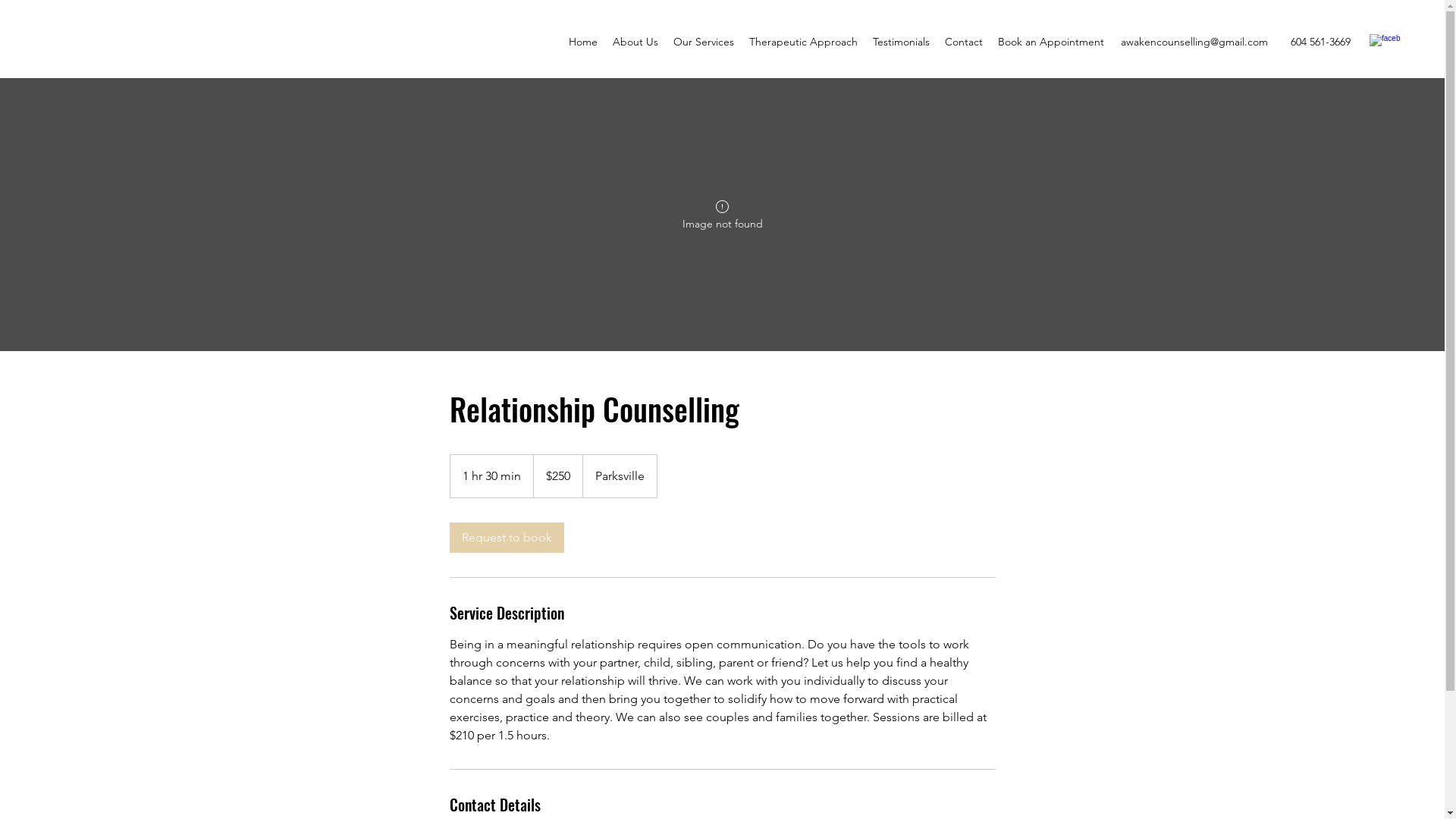  I want to click on 'Request to book', so click(447, 537).